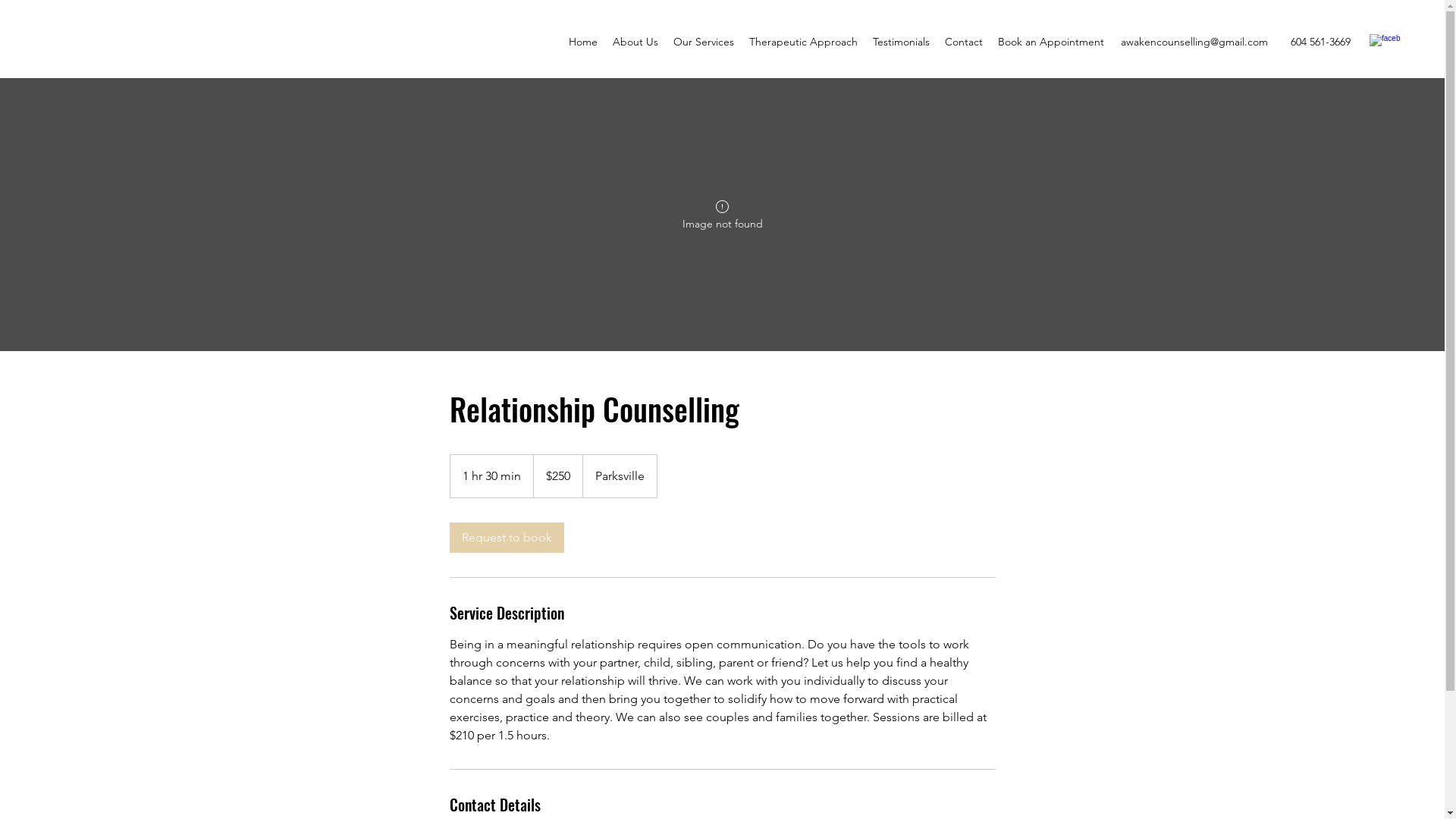  I want to click on 'Request to book', so click(447, 537).